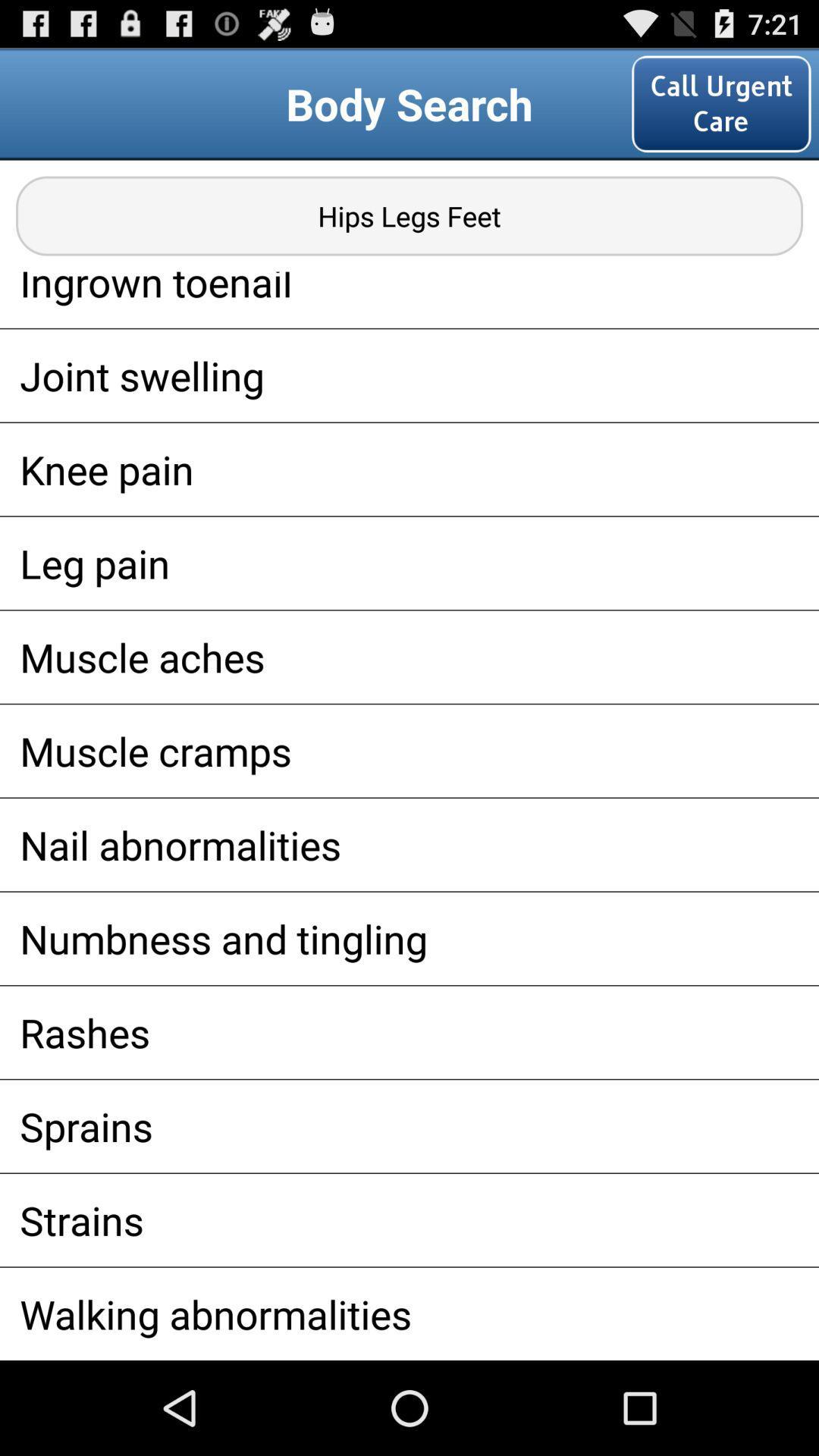 The image size is (819, 1456). I want to click on the item above walking abnormalities icon, so click(409, 1220).